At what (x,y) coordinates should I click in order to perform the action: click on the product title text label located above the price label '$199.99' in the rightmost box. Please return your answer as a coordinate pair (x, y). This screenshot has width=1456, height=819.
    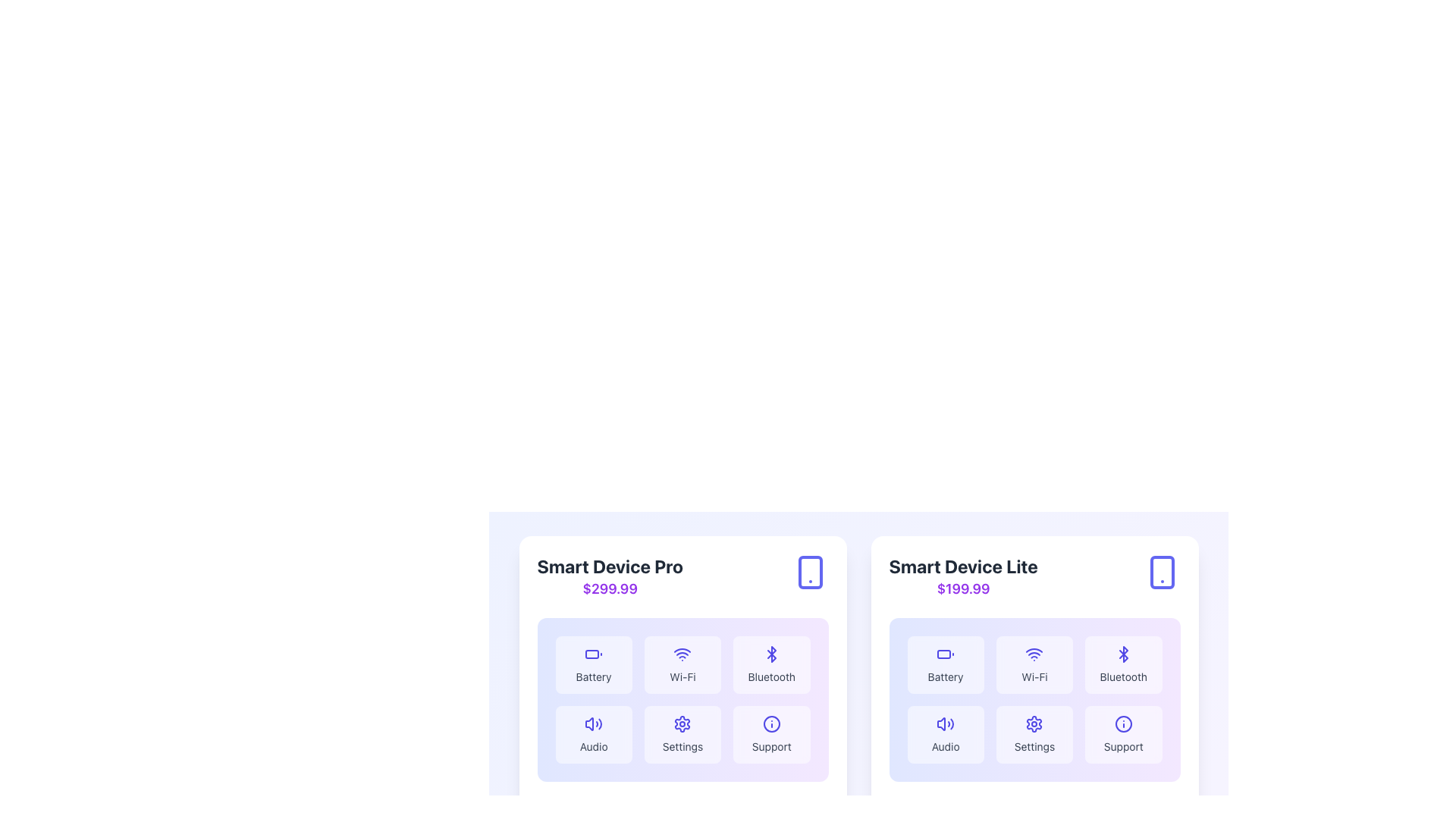
    Looking at the image, I should click on (962, 566).